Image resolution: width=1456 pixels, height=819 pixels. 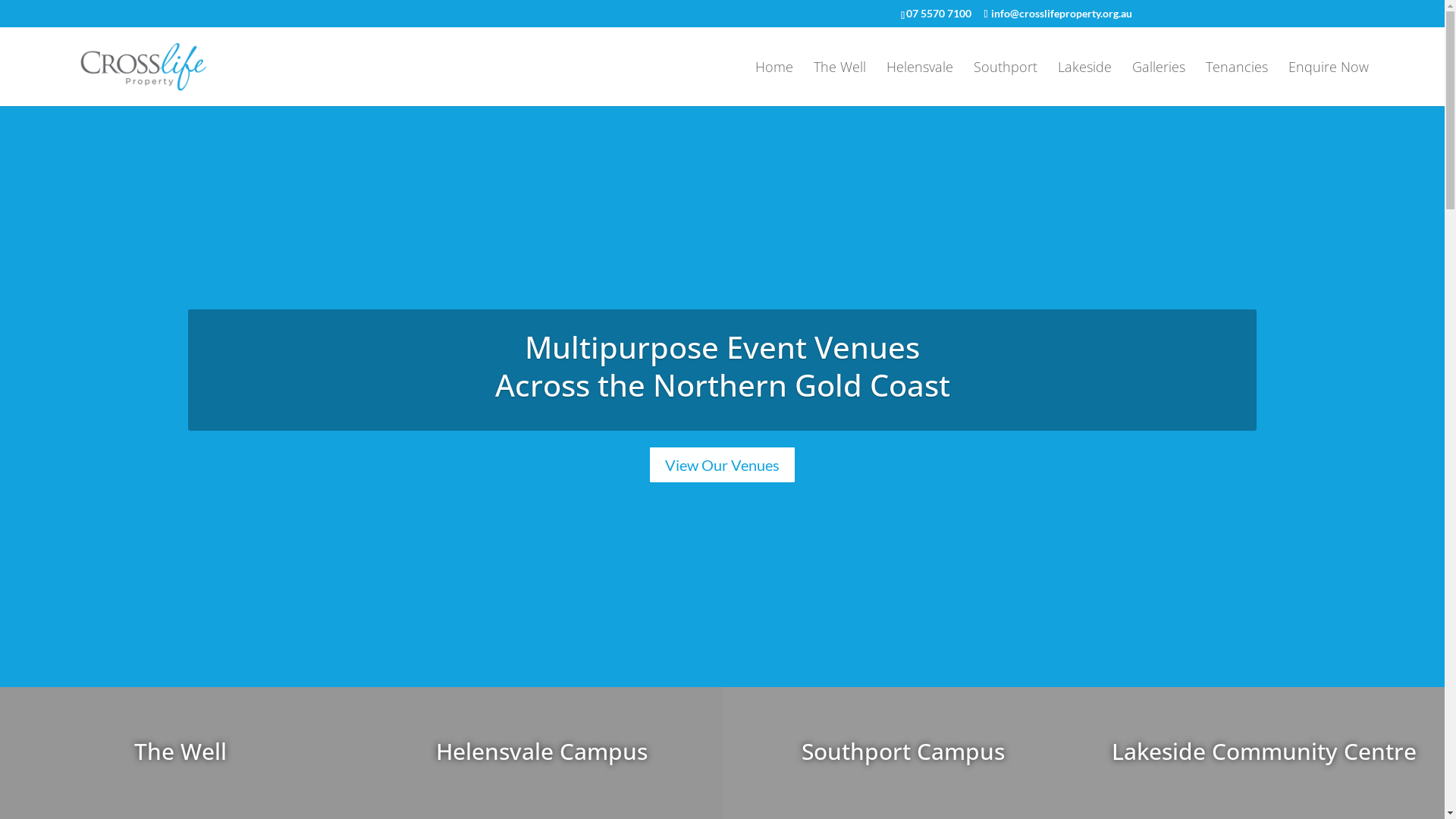 I want to click on 'Helensvale Campus', so click(x=541, y=751).